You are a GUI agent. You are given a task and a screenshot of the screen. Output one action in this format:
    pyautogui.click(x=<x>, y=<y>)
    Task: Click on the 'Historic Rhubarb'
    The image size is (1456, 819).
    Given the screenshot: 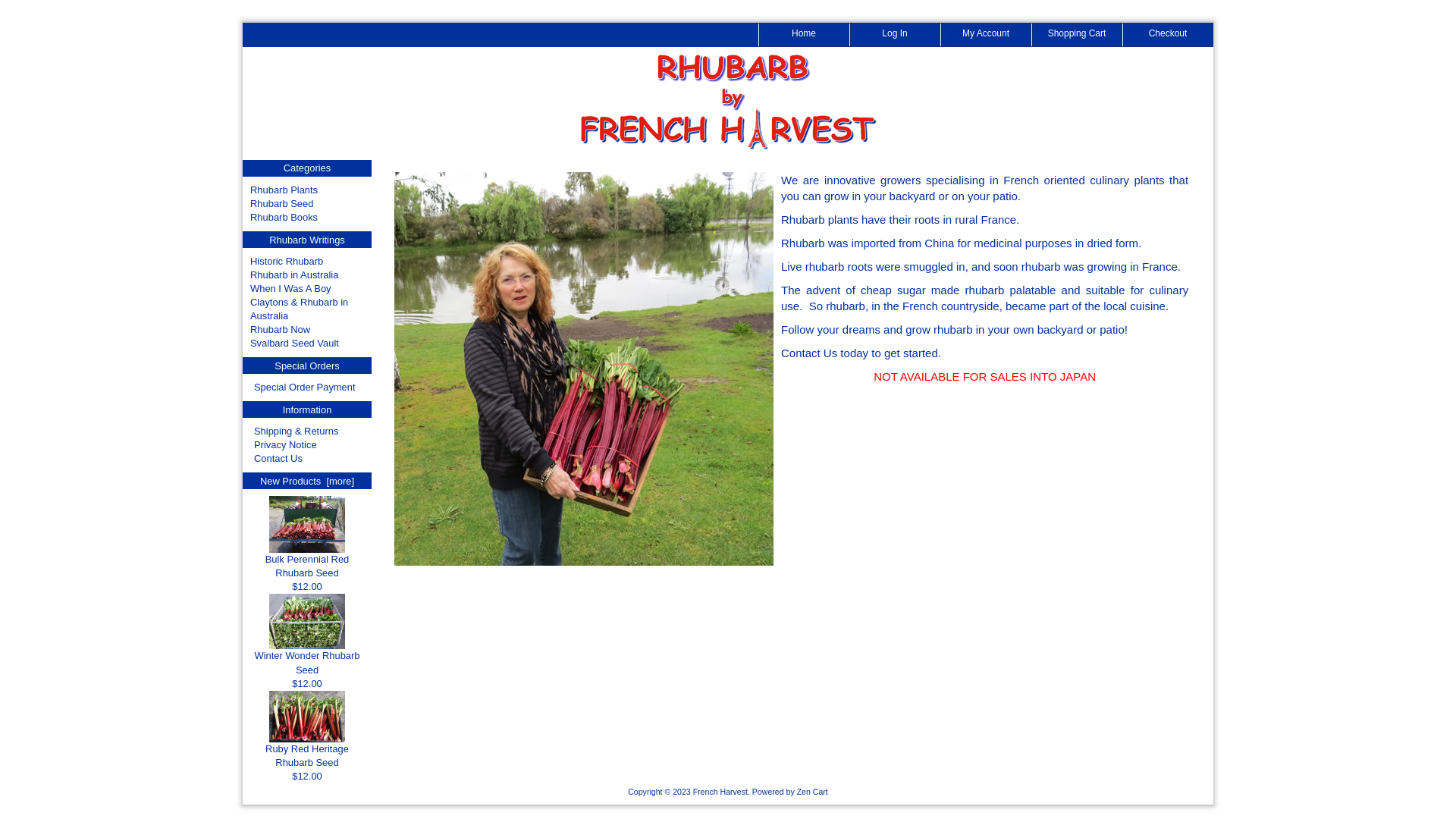 What is the action you would take?
    pyautogui.click(x=287, y=260)
    